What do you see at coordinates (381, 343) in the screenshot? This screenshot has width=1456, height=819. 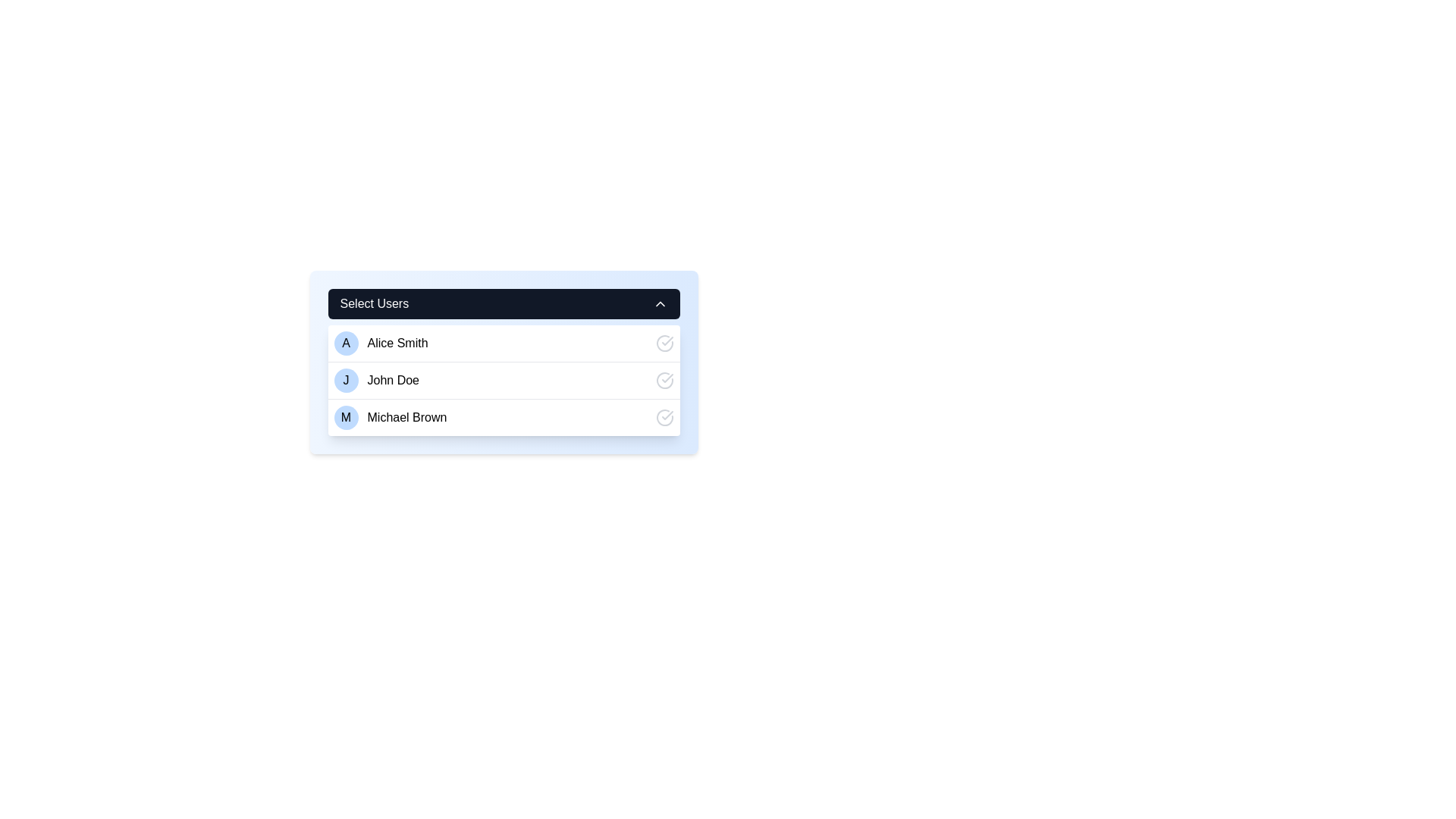 I see `the first selectable user list item labeled 'Alice Smith' under the title 'Select Users'` at bounding box center [381, 343].